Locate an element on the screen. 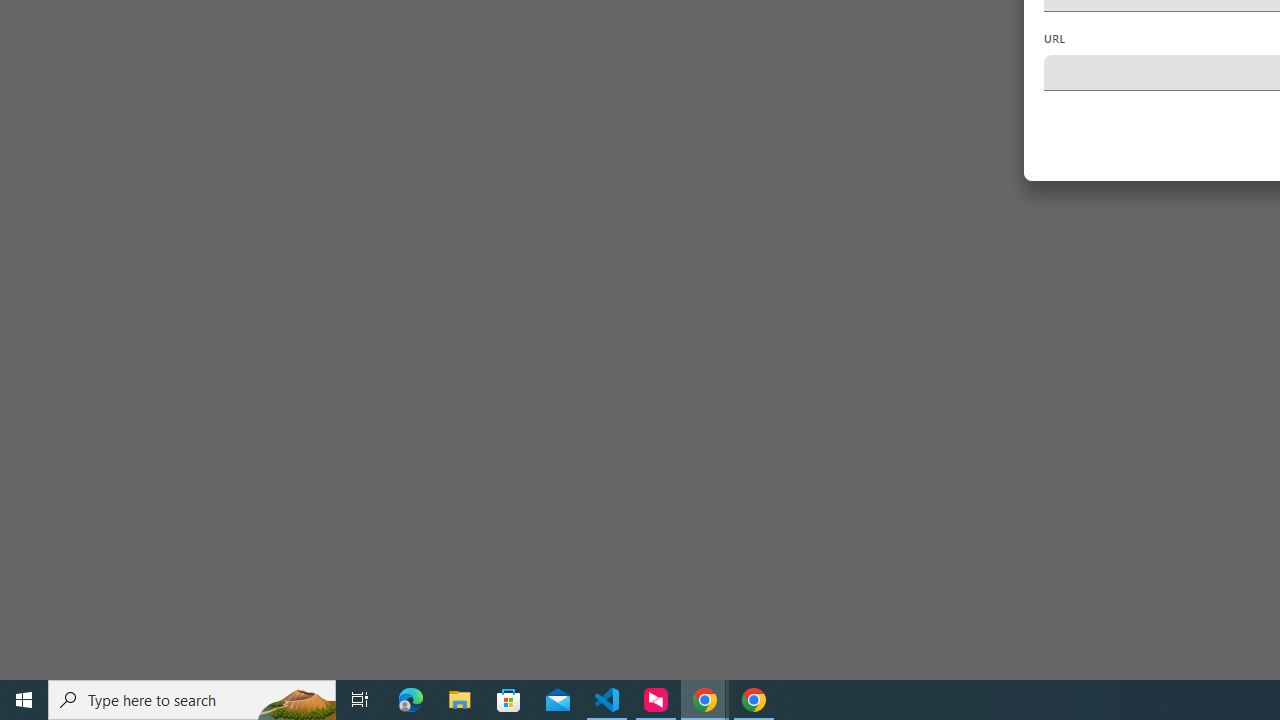  'Microsoft Store' is located at coordinates (509, 698).